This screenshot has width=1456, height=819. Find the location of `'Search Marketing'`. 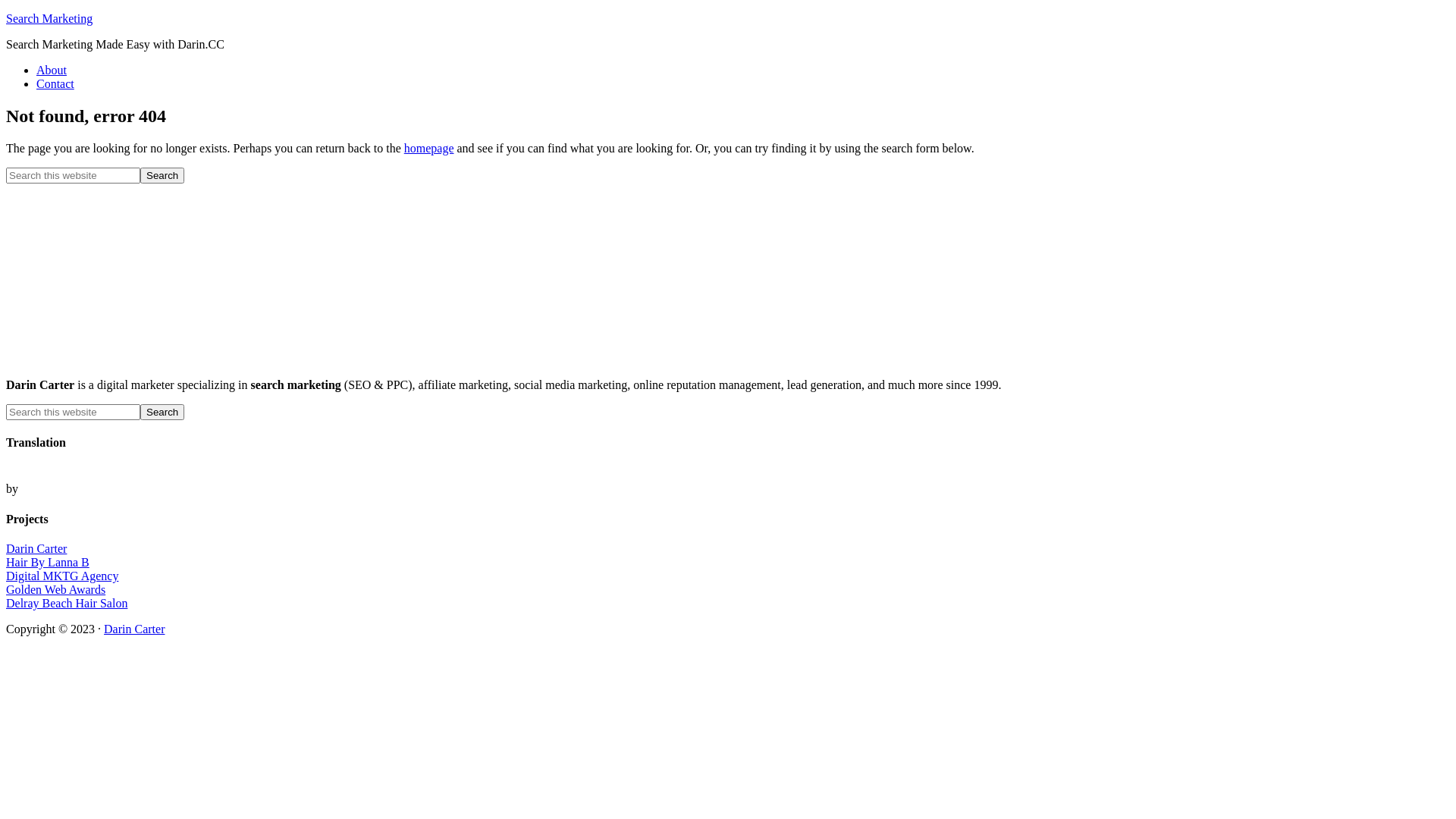

'Search Marketing' is located at coordinates (49, 18).